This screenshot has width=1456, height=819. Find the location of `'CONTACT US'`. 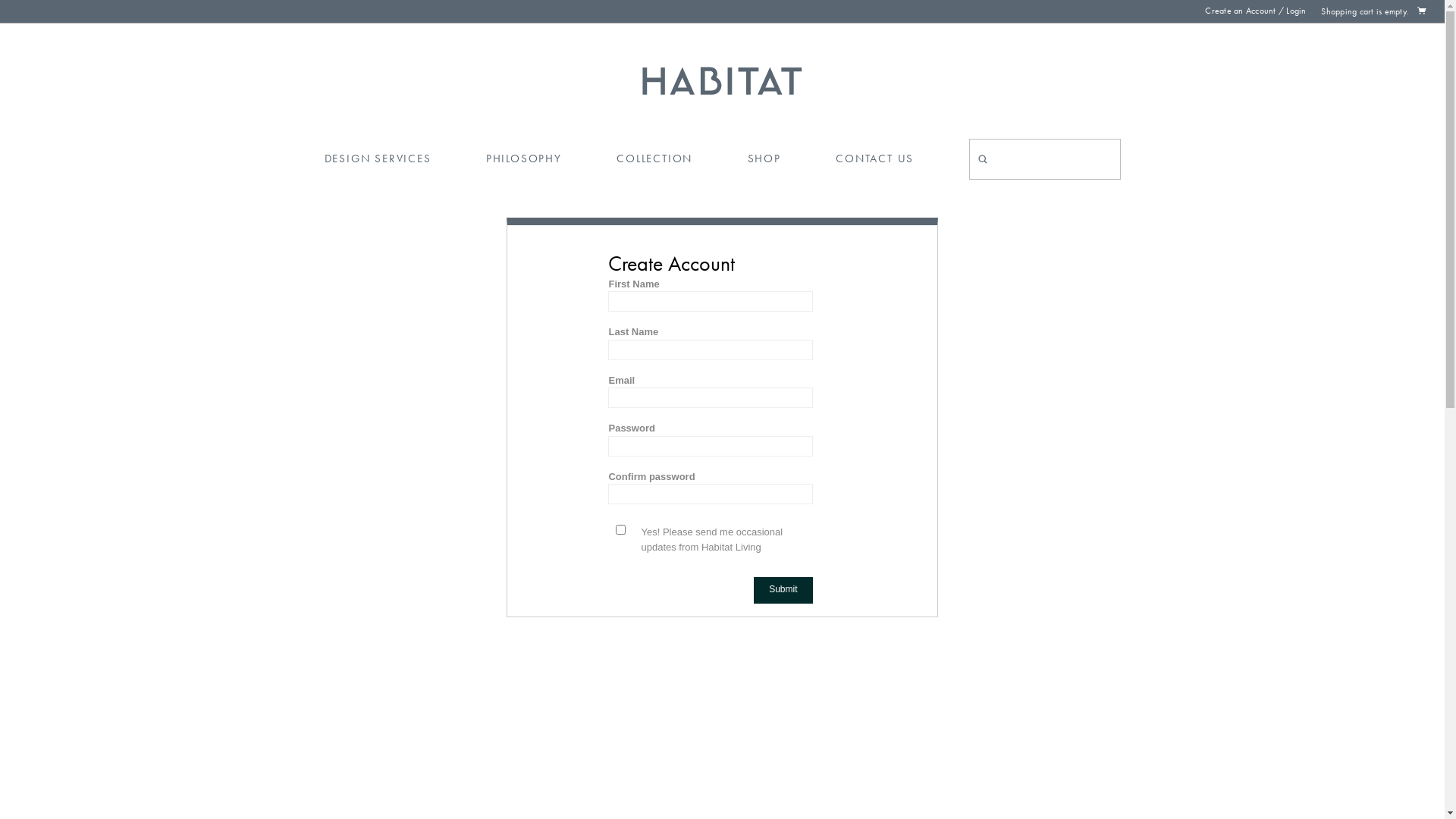

'CONTACT US' is located at coordinates (874, 158).